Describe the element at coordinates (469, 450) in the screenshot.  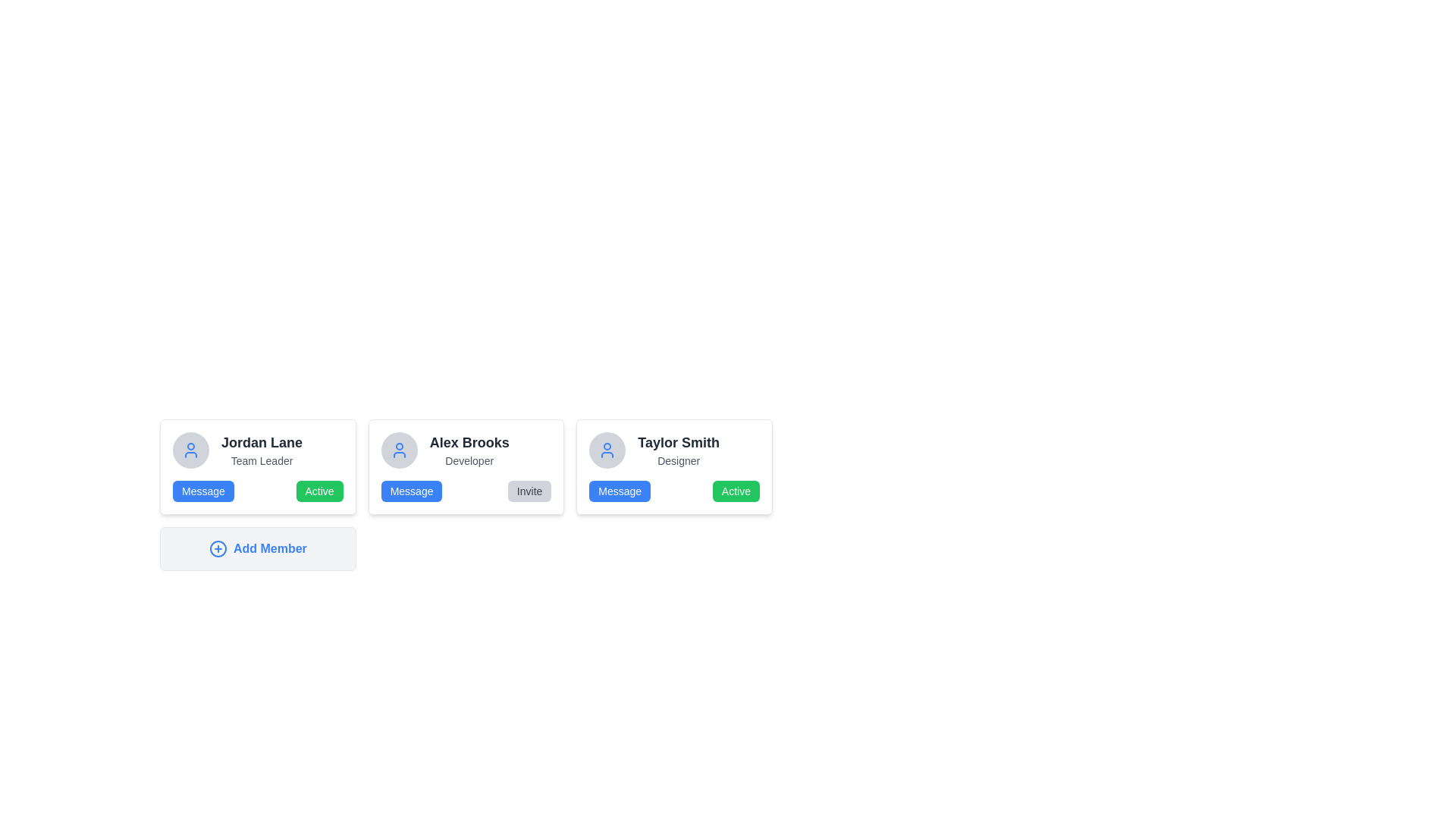
I see `the textual label displaying 'Alex Brooks' and their role 'Developer'` at that location.